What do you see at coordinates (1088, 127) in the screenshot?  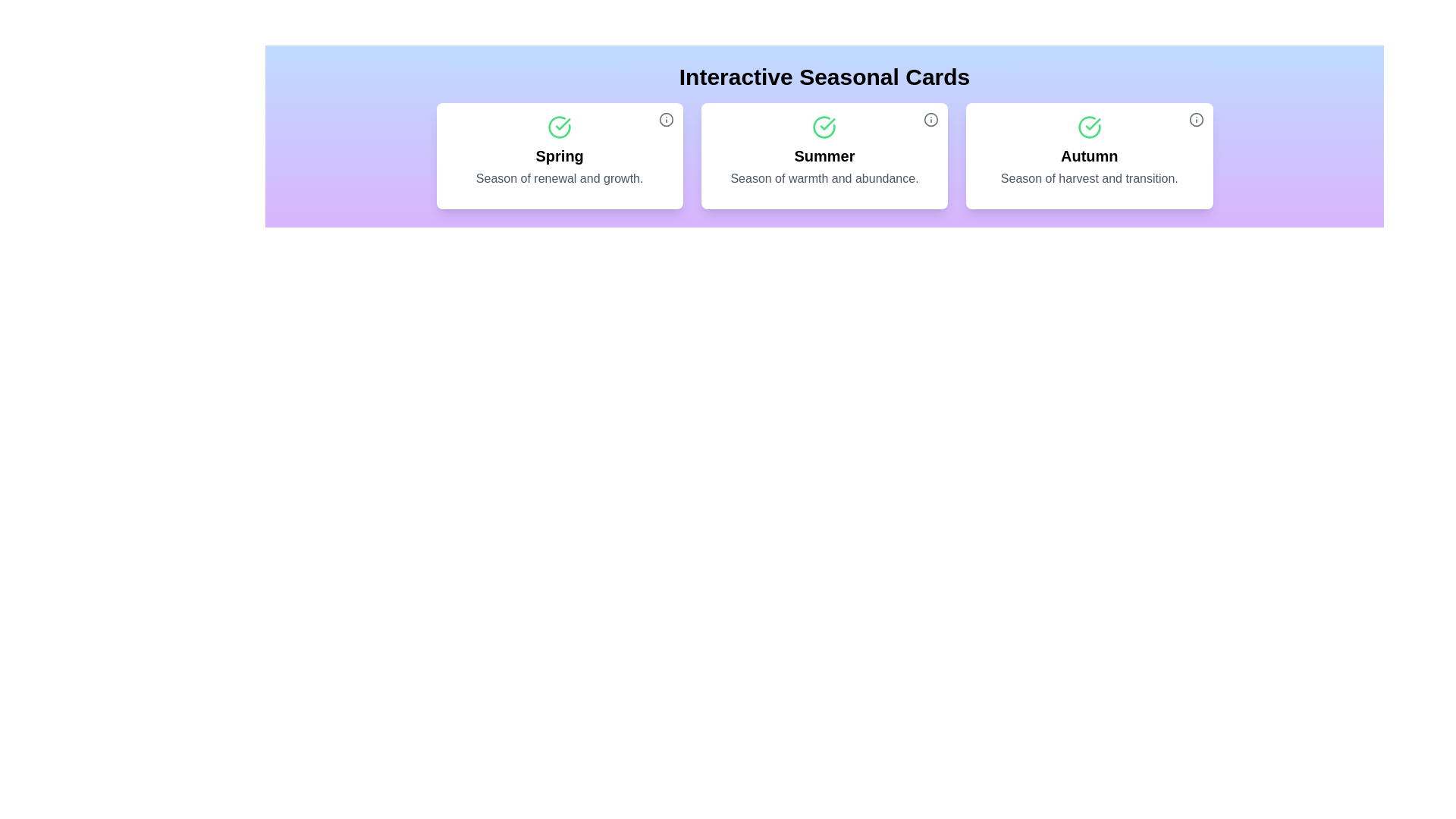 I see `the circular confirmation icon with a green border located at the top-left of the 'Autumn' card, which features a check mark` at bounding box center [1088, 127].